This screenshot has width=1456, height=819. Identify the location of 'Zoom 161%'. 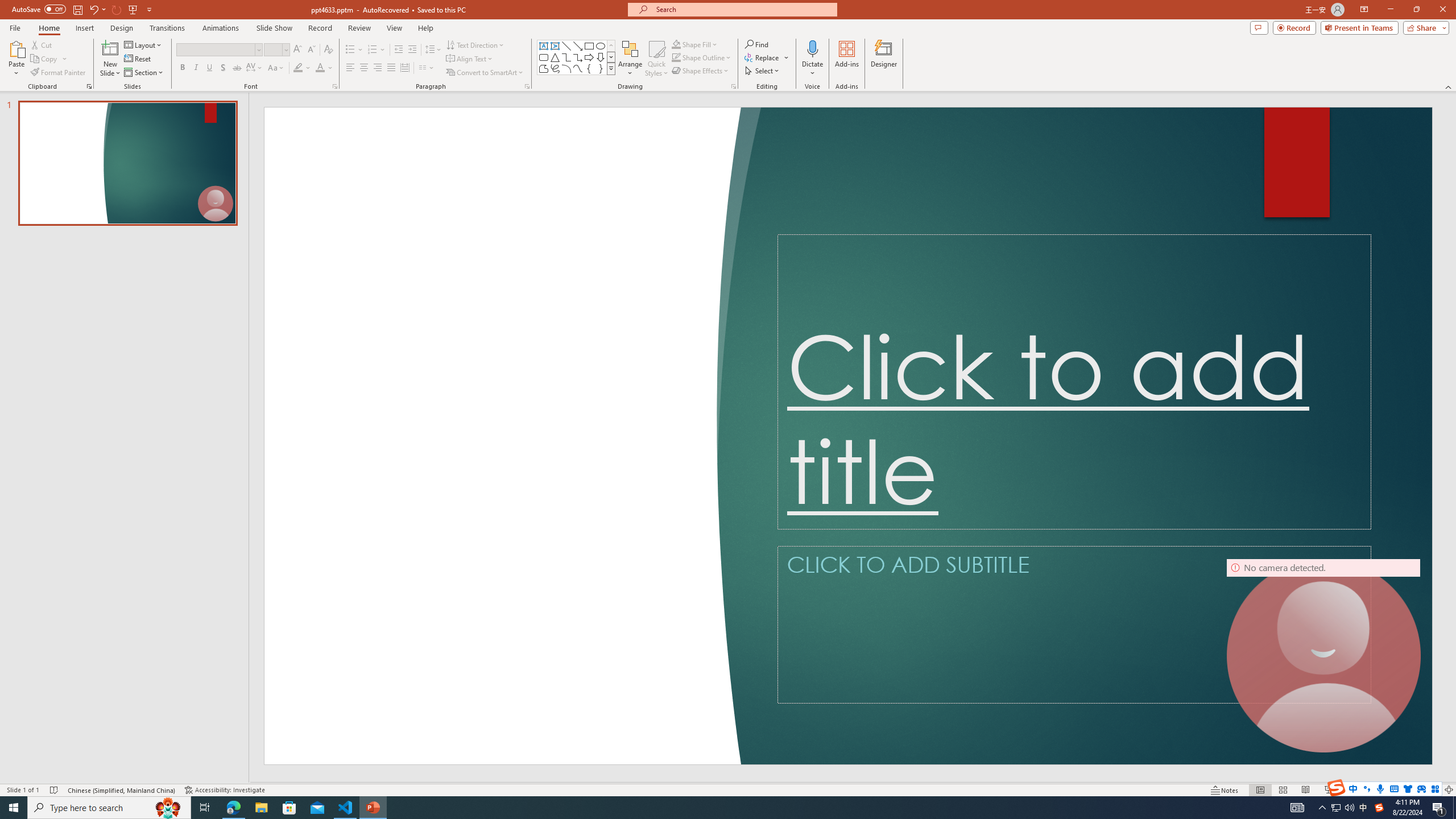
(1430, 790).